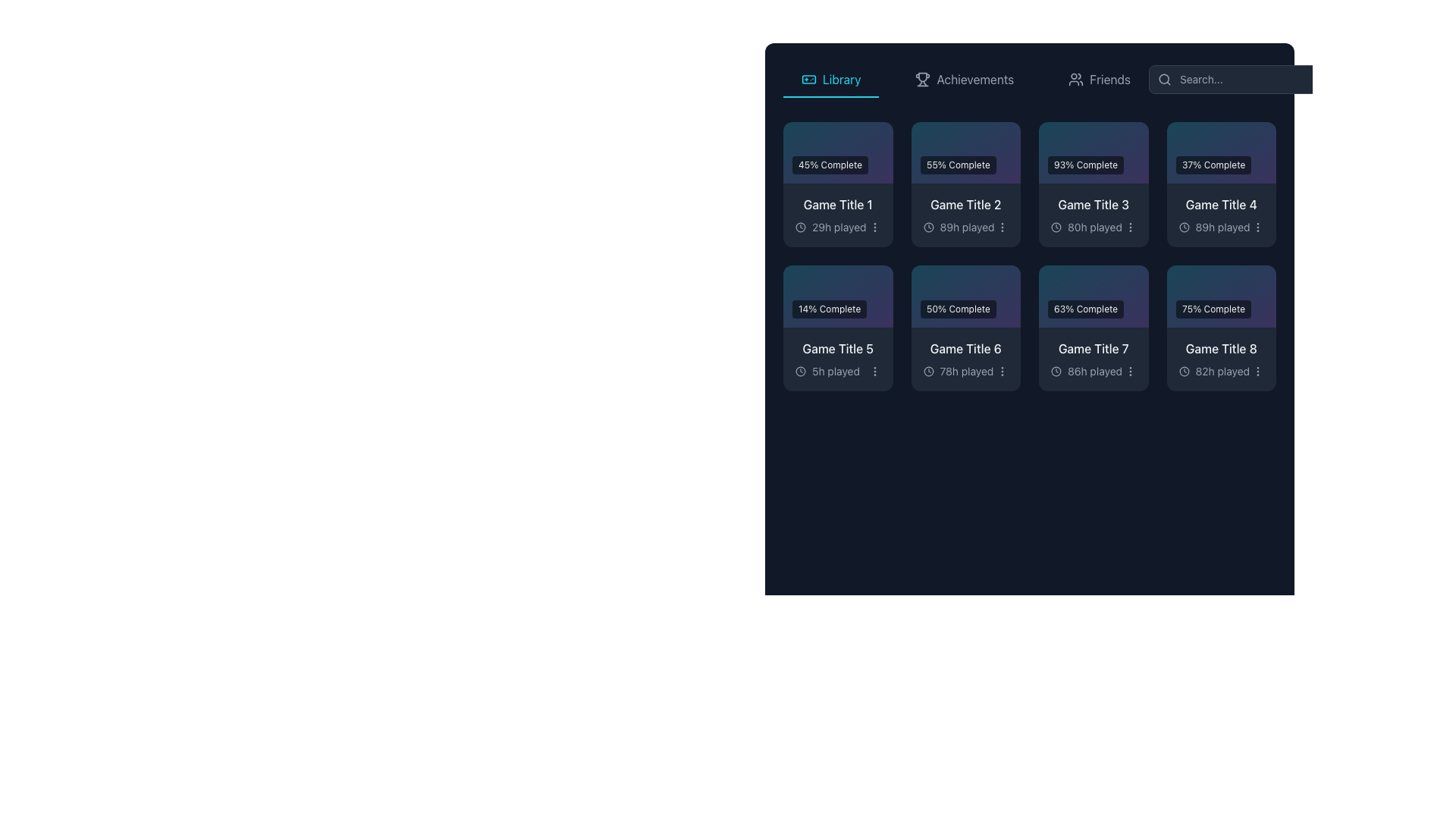 The image size is (1456, 819). Describe the element at coordinates (1075, 79) in the screenshot. I see `the 'Friends' icon located in the upper central navigation bar` at that location.